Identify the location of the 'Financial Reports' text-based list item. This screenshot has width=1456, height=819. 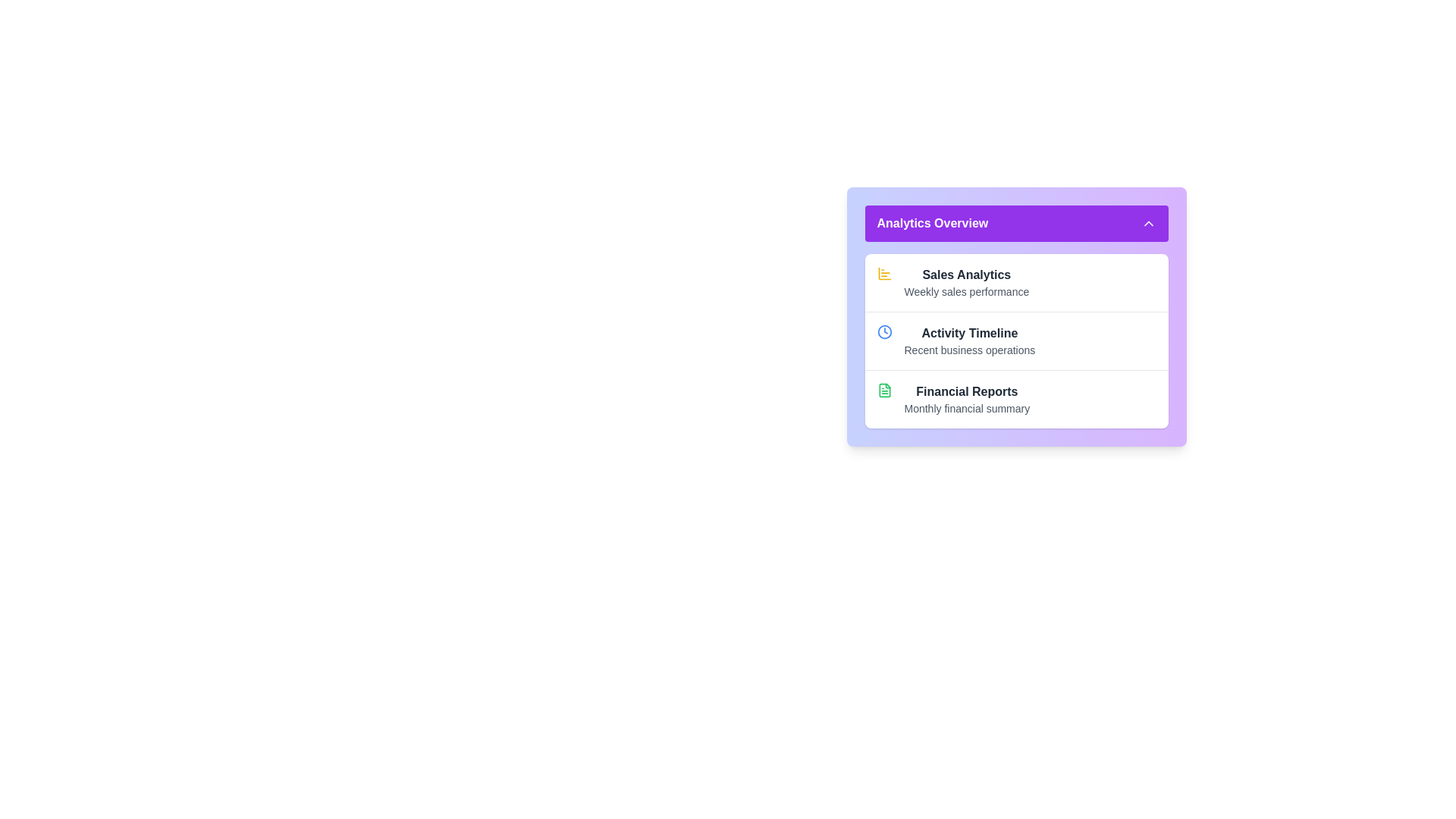
(966, 399).